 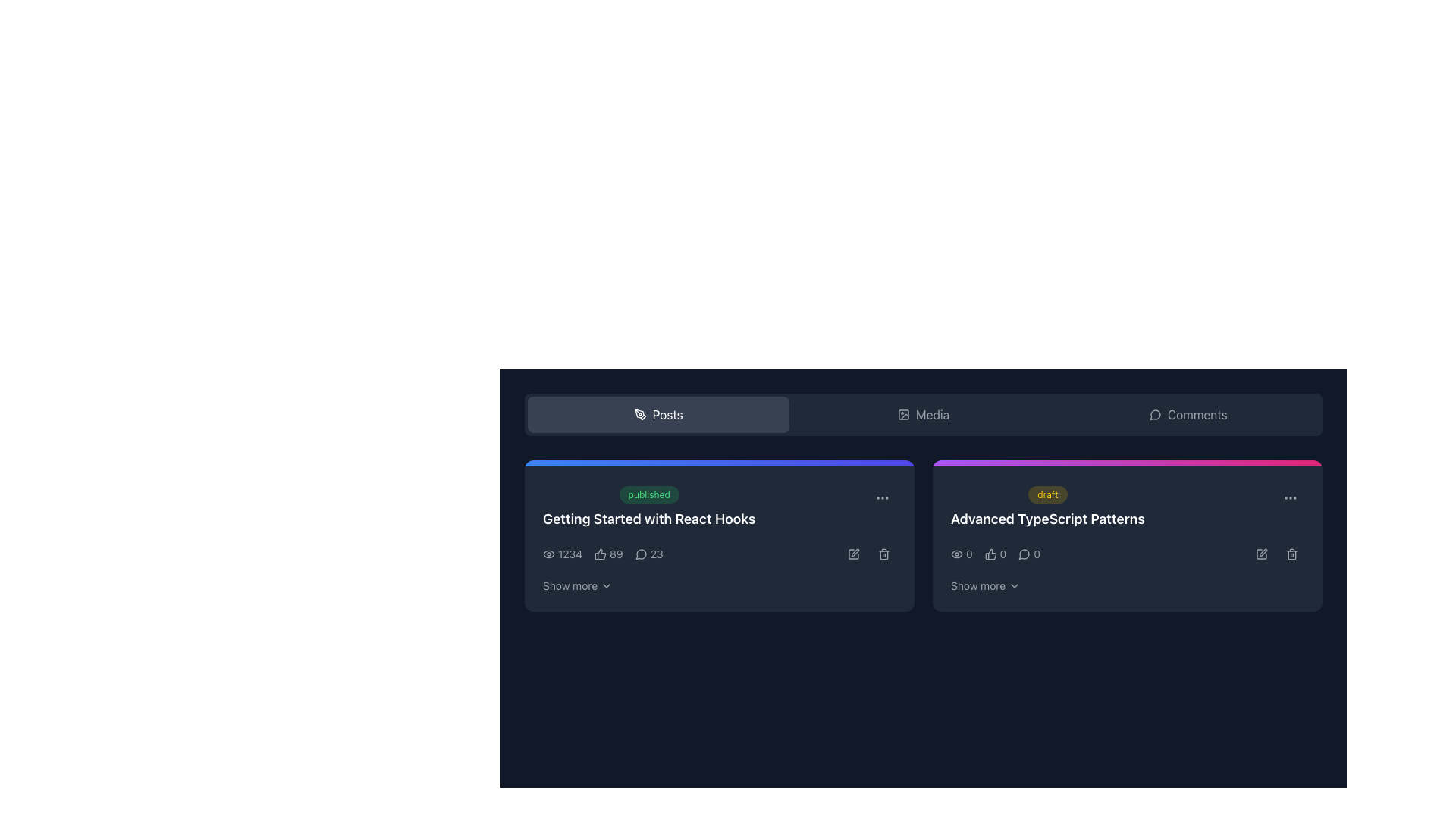 What do you see at coordinates (1291, 554) in the screenshot?
I see `the delete button (icon button) located in the bottom right corner of the card titled 'Advanced TypeScript Patterns'` at bounding box center [1291, 554].